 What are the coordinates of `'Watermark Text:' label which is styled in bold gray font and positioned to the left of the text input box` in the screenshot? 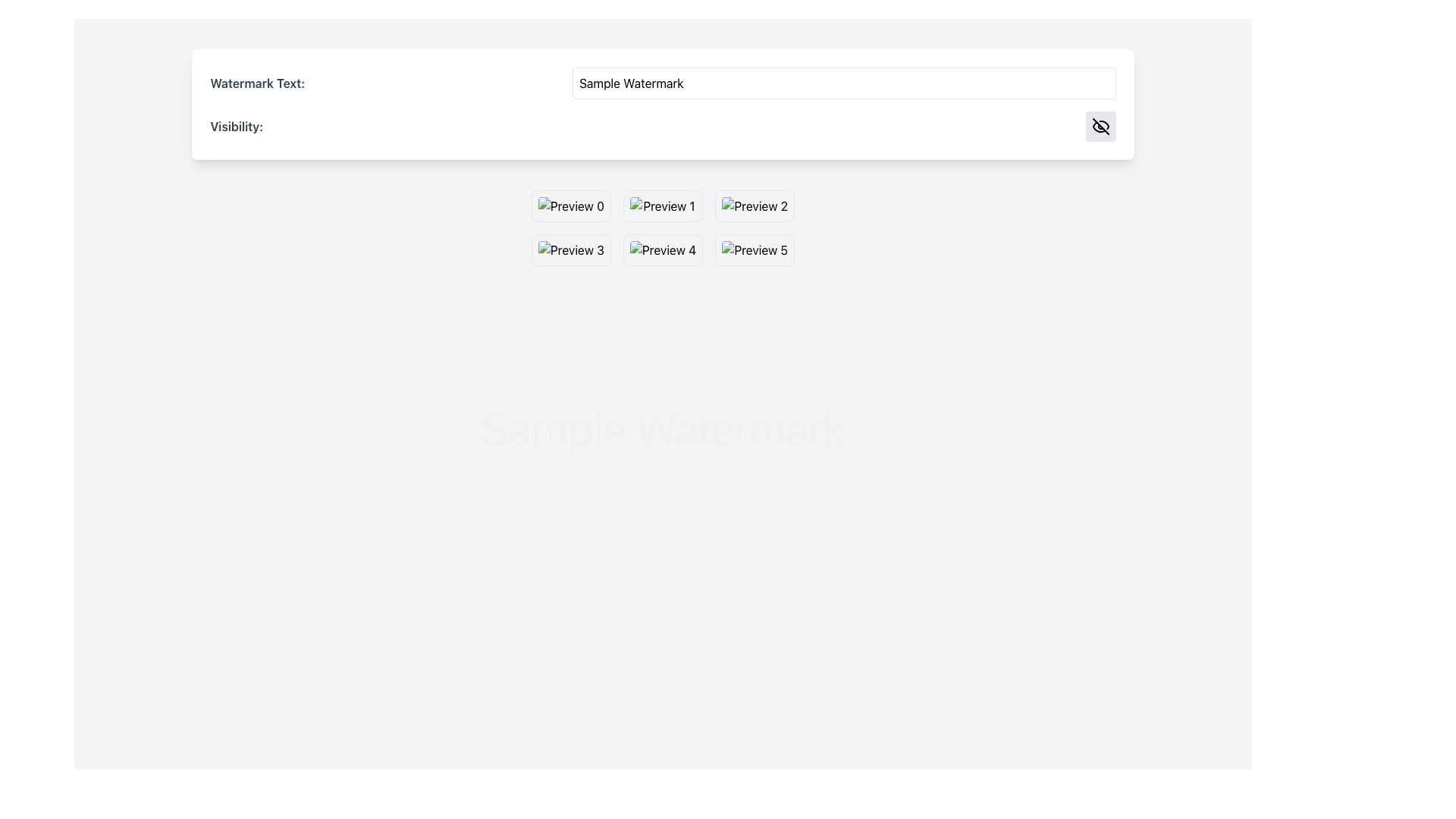 It's located at (257, 83).